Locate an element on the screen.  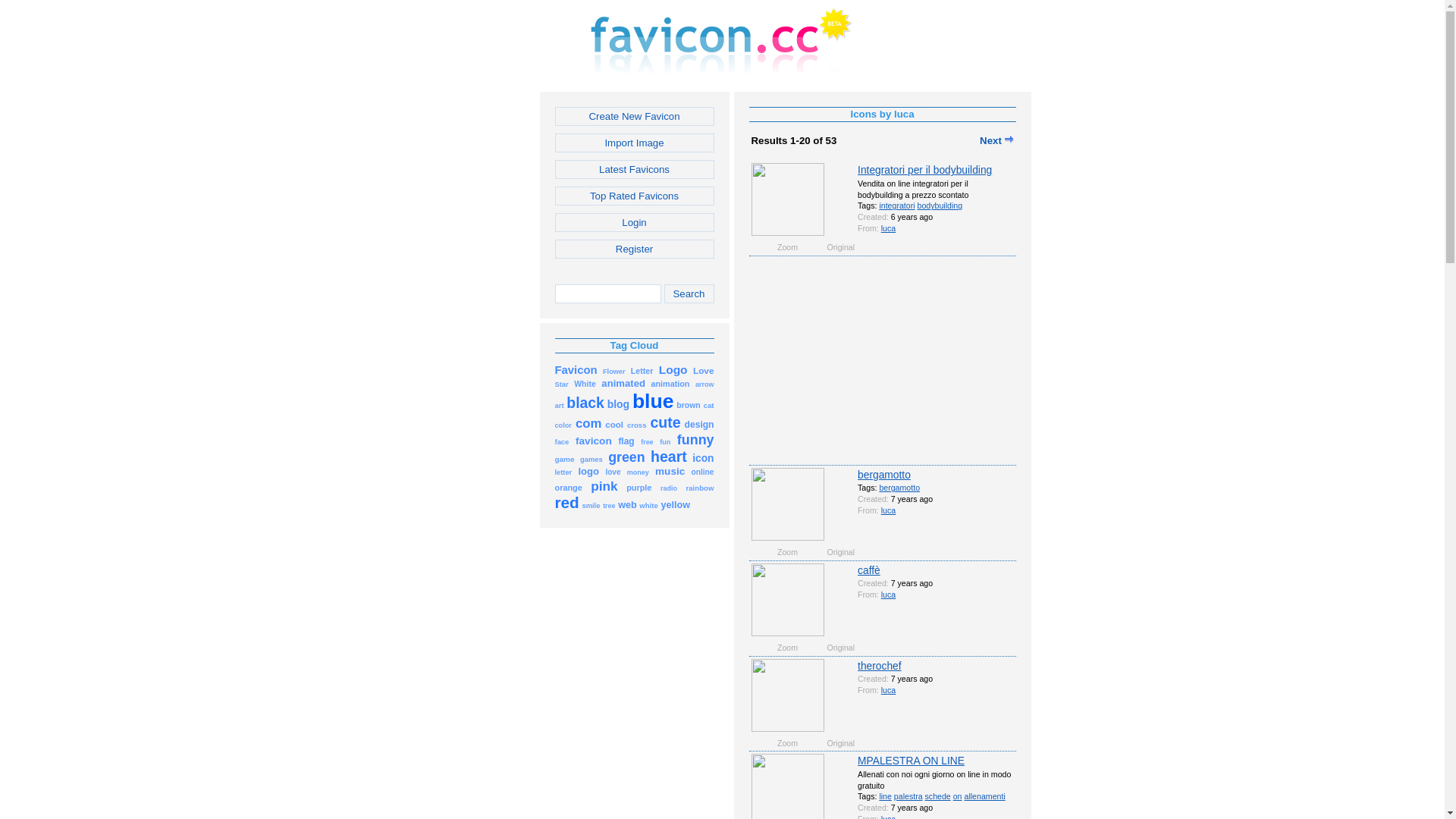
'Latest Favicons' is located at coordinates (634, 169).